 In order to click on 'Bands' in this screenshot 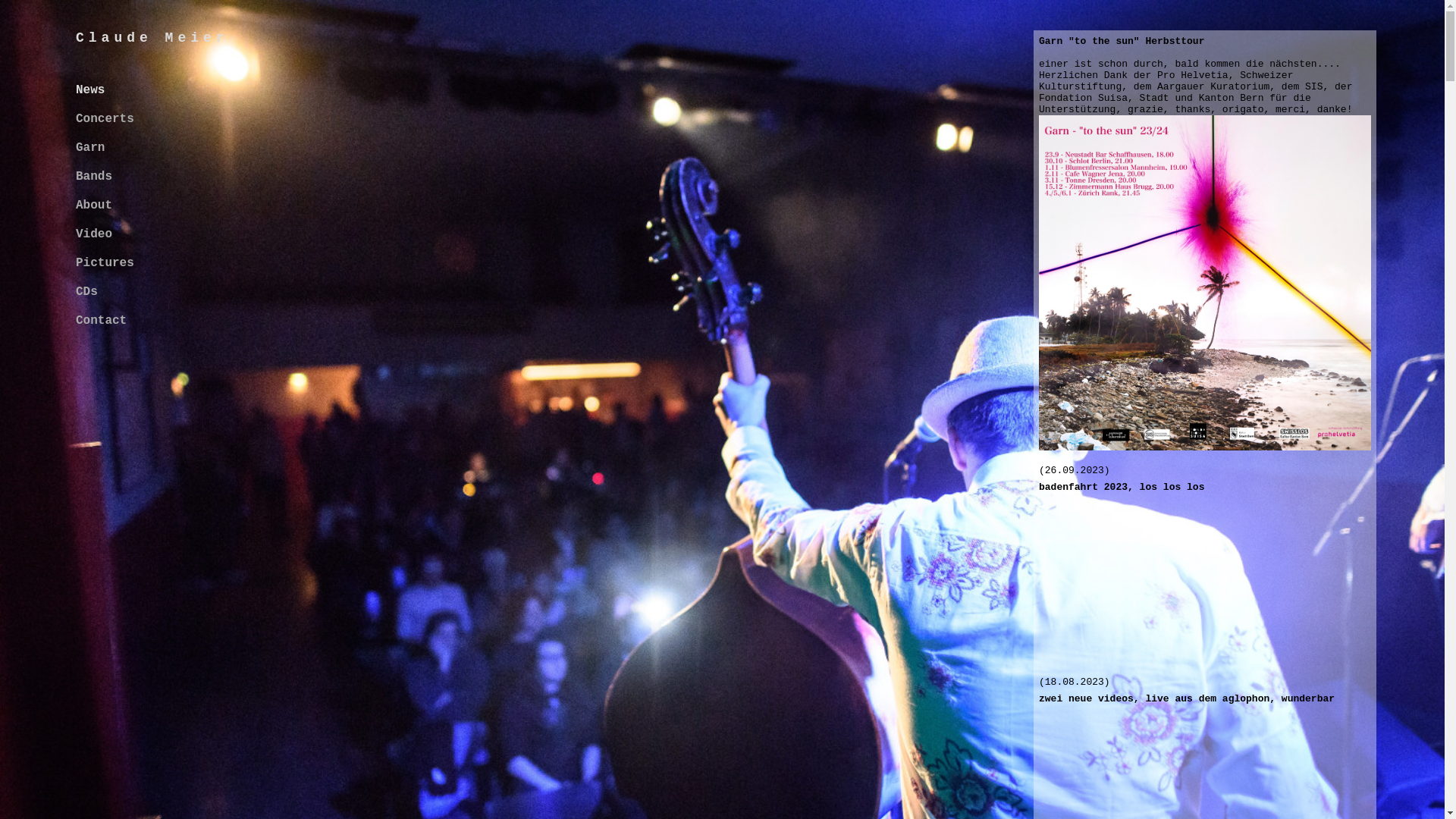, I will do `click(93, 175)`.